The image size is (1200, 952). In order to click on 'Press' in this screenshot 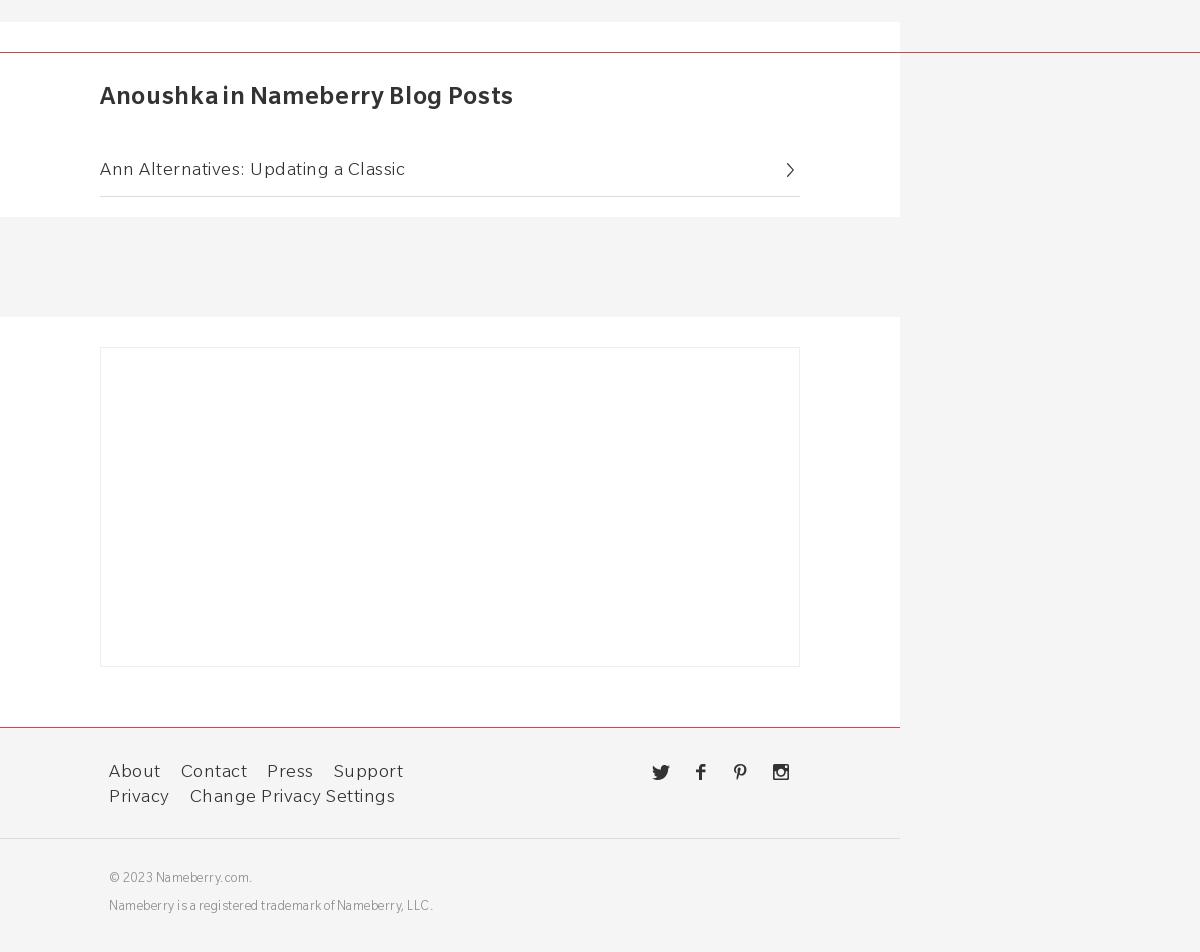, I will do `click(289, 769)`.